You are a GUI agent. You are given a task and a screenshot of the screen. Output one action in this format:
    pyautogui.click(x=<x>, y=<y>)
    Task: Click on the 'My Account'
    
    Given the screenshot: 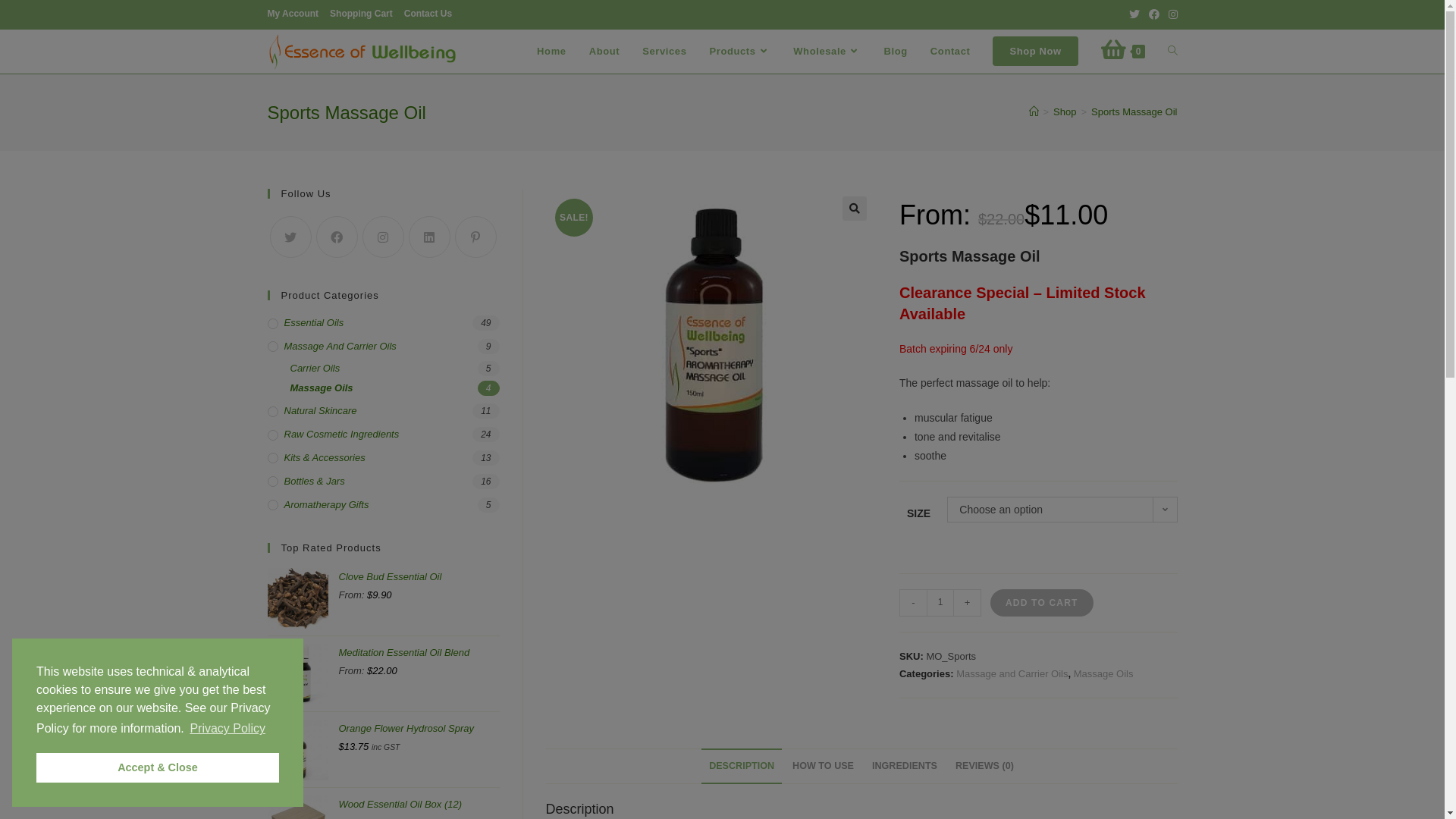 What is the action you would take?
    pyautogui.click(x=292, y=14)
    